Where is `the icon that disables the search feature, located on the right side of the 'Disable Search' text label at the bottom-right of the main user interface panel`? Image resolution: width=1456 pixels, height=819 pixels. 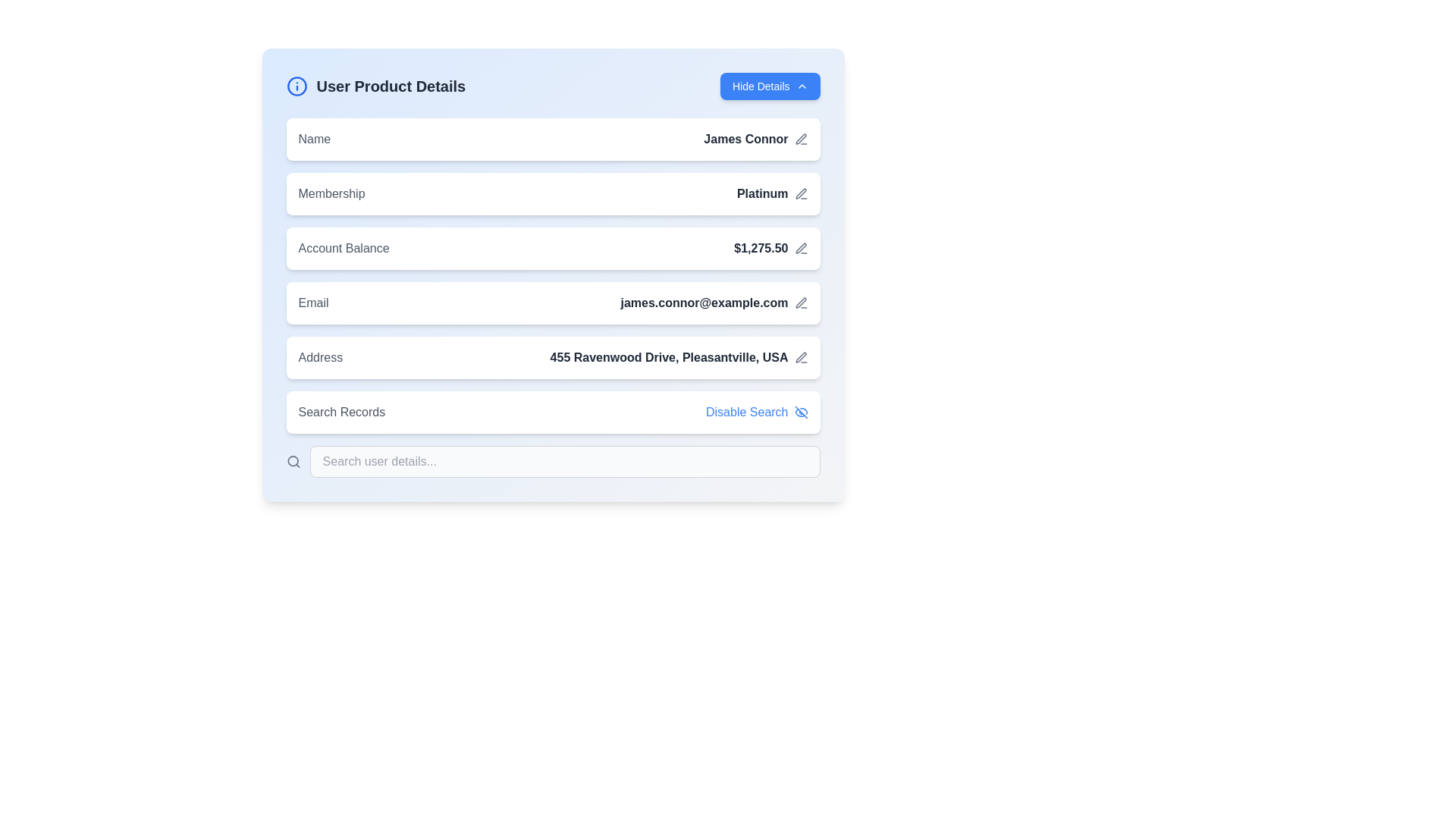
the icon that disables the search feature, located on the right side of the 'Disable Search' text label at the bottom-right of the main user interface panel is located at coordinates (800, 412).